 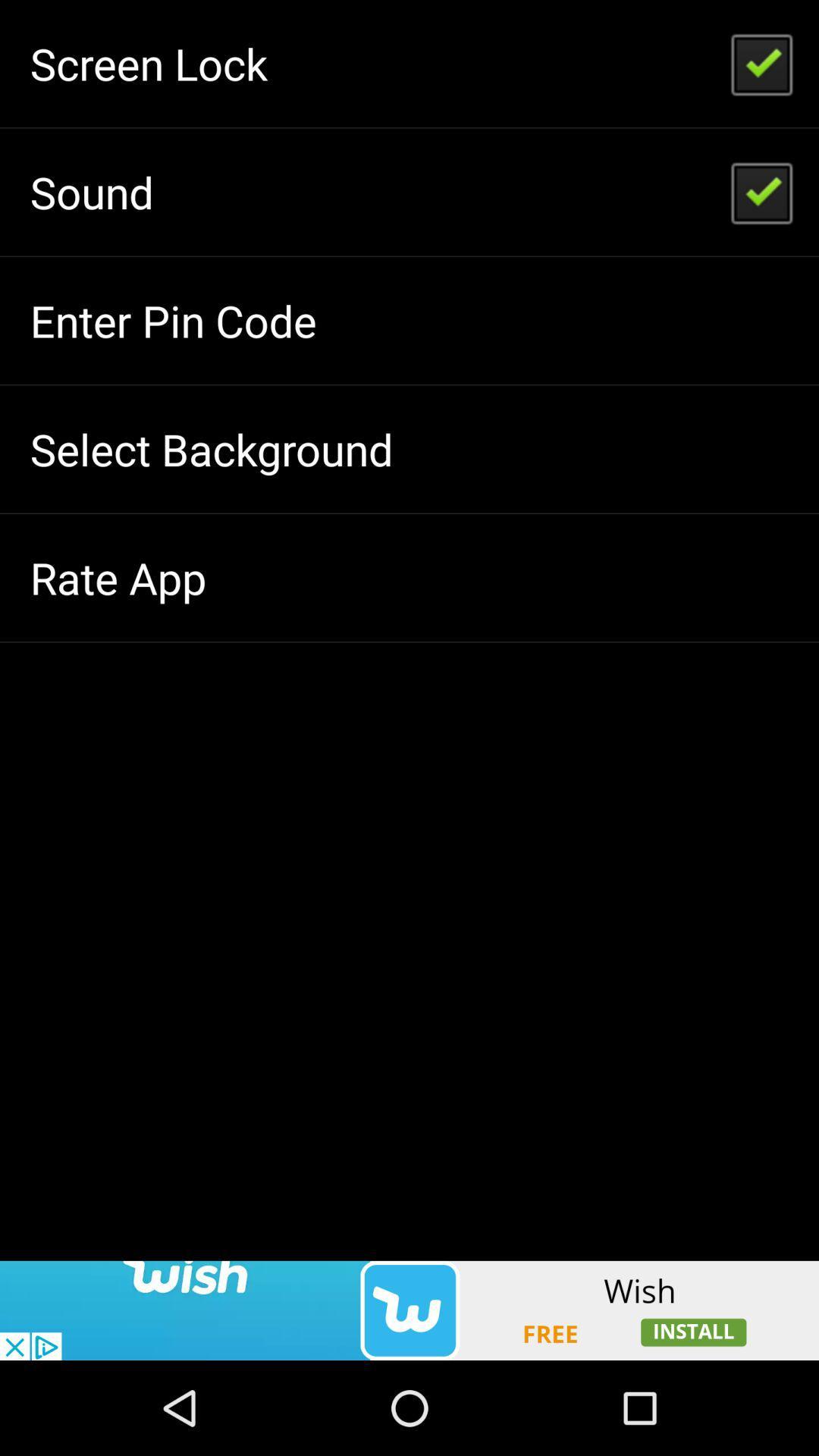 What do you see at coordinates (409, 1310) in the screenshot?
I see `advertisement` at bounding box center [409, 1310].